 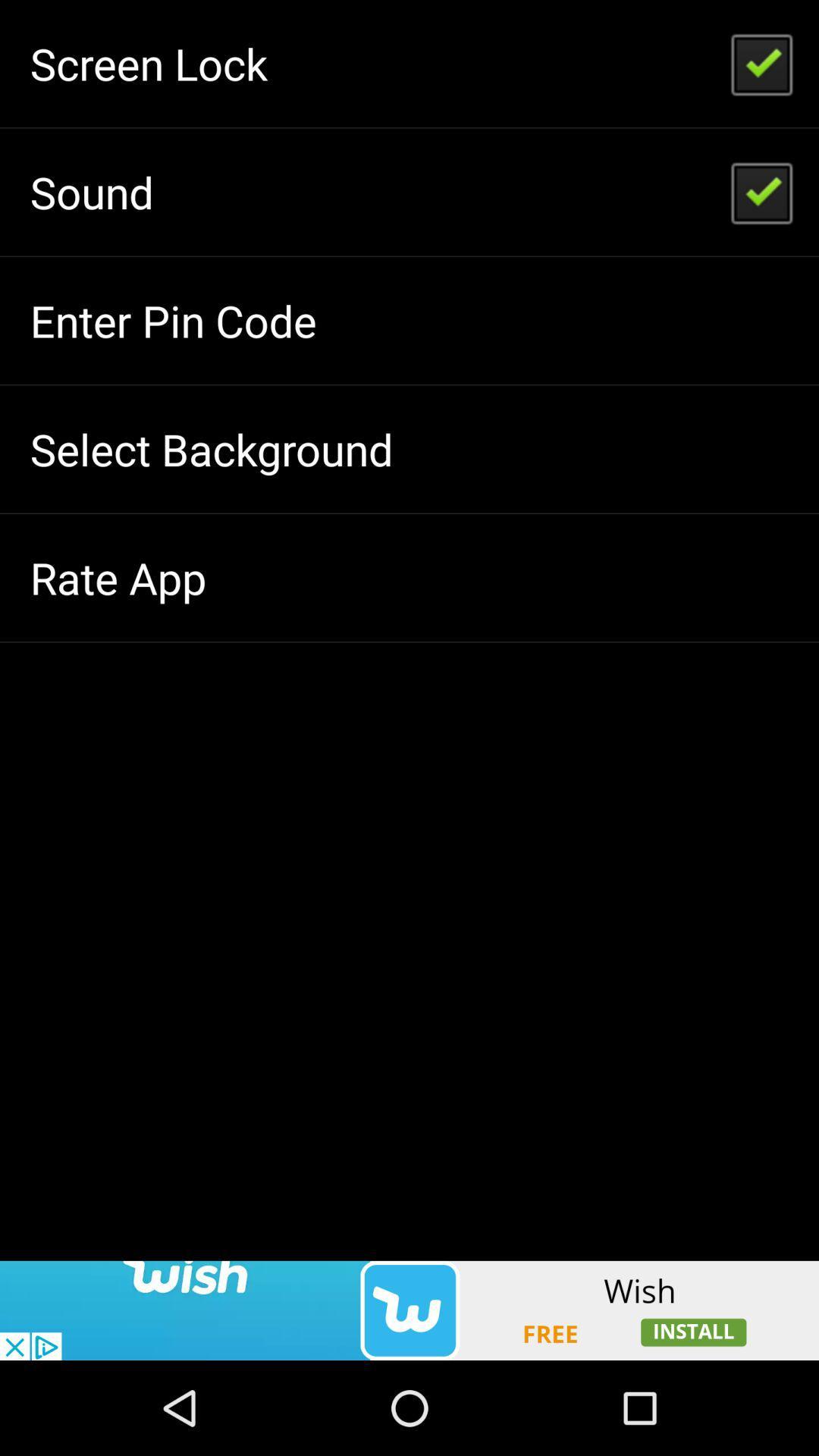 What do you see at coordinates (409, 1310) in the screenshot?
I see `advertisement` at bounding box center [409, 1310].